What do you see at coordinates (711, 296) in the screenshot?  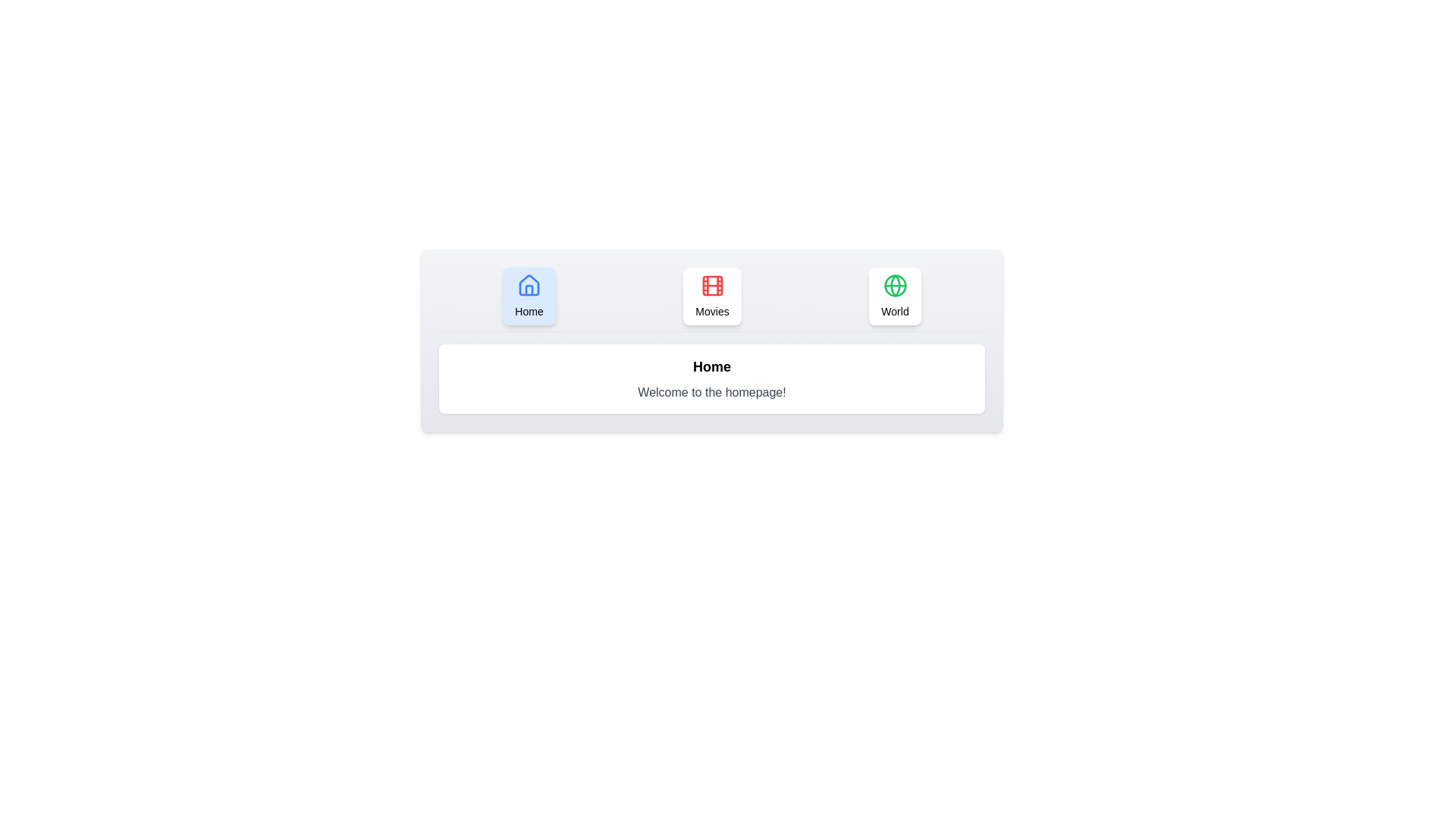 I see `the Movies tab to observe its hover effect` at bounding box center [711, 296].